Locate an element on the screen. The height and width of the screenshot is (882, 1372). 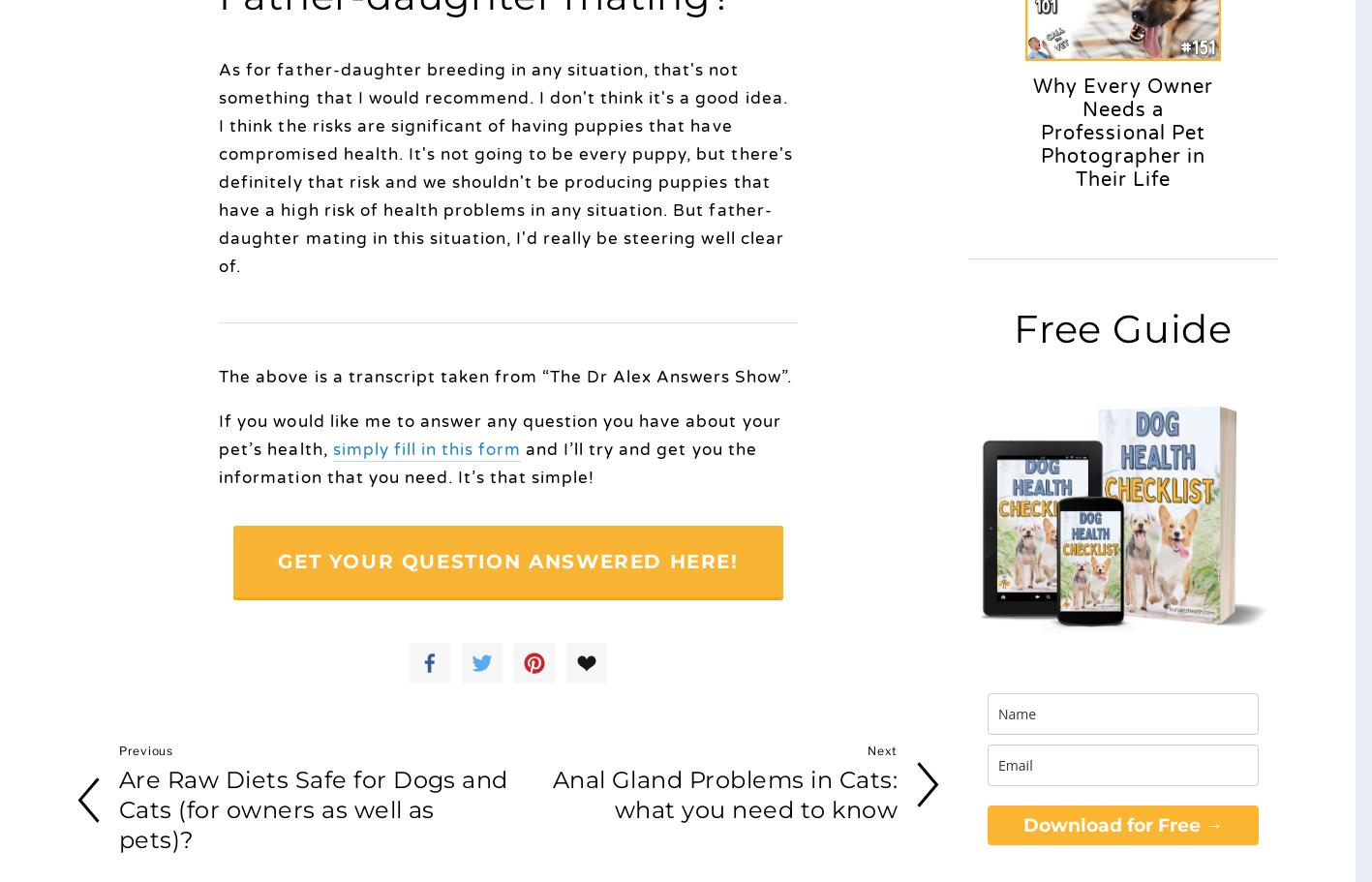
'Download for Free →' is located at coordinates (1121, 825).